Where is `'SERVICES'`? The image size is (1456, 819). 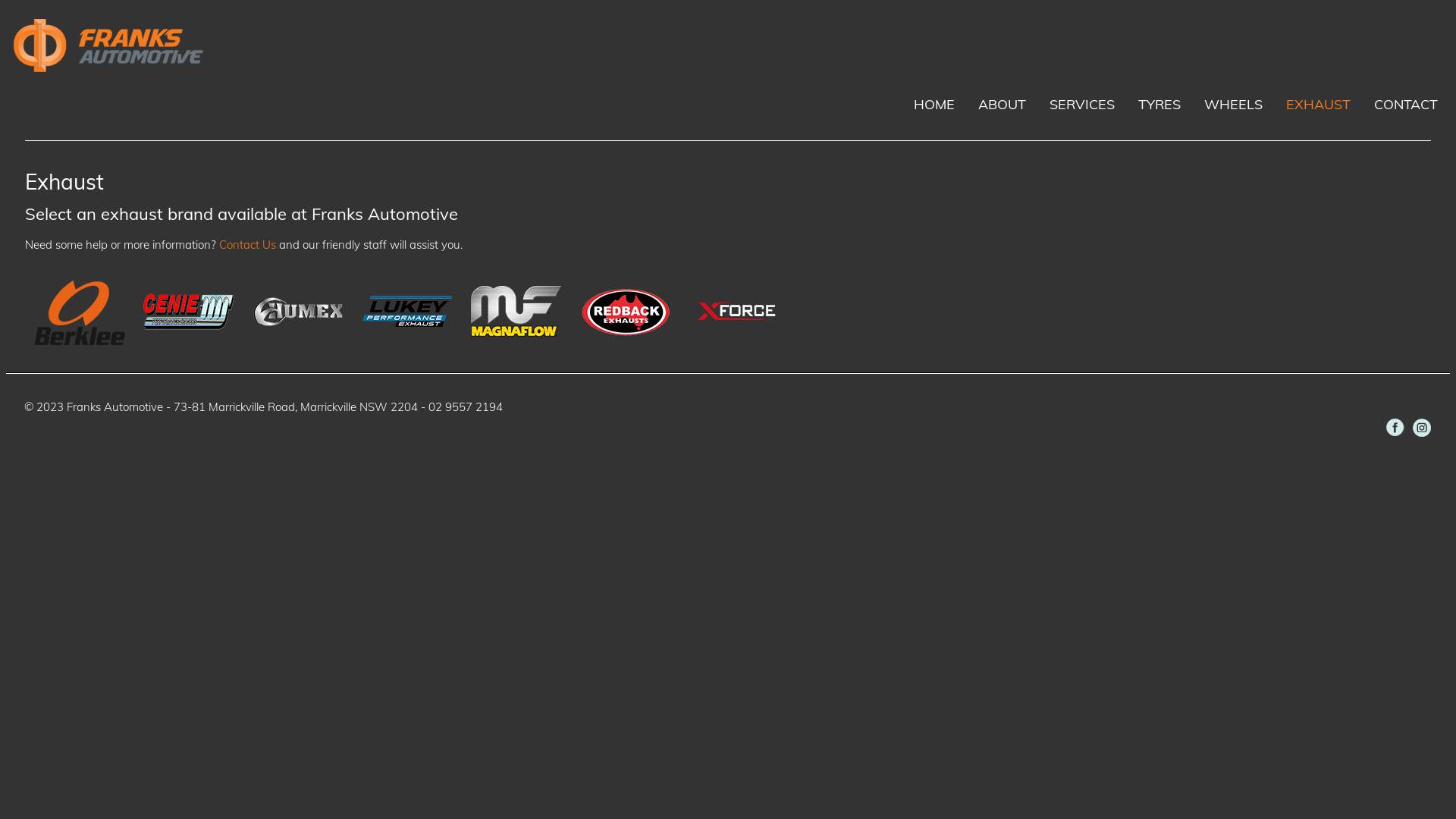 'SERVICES' is located at coordinates (1081, 103).